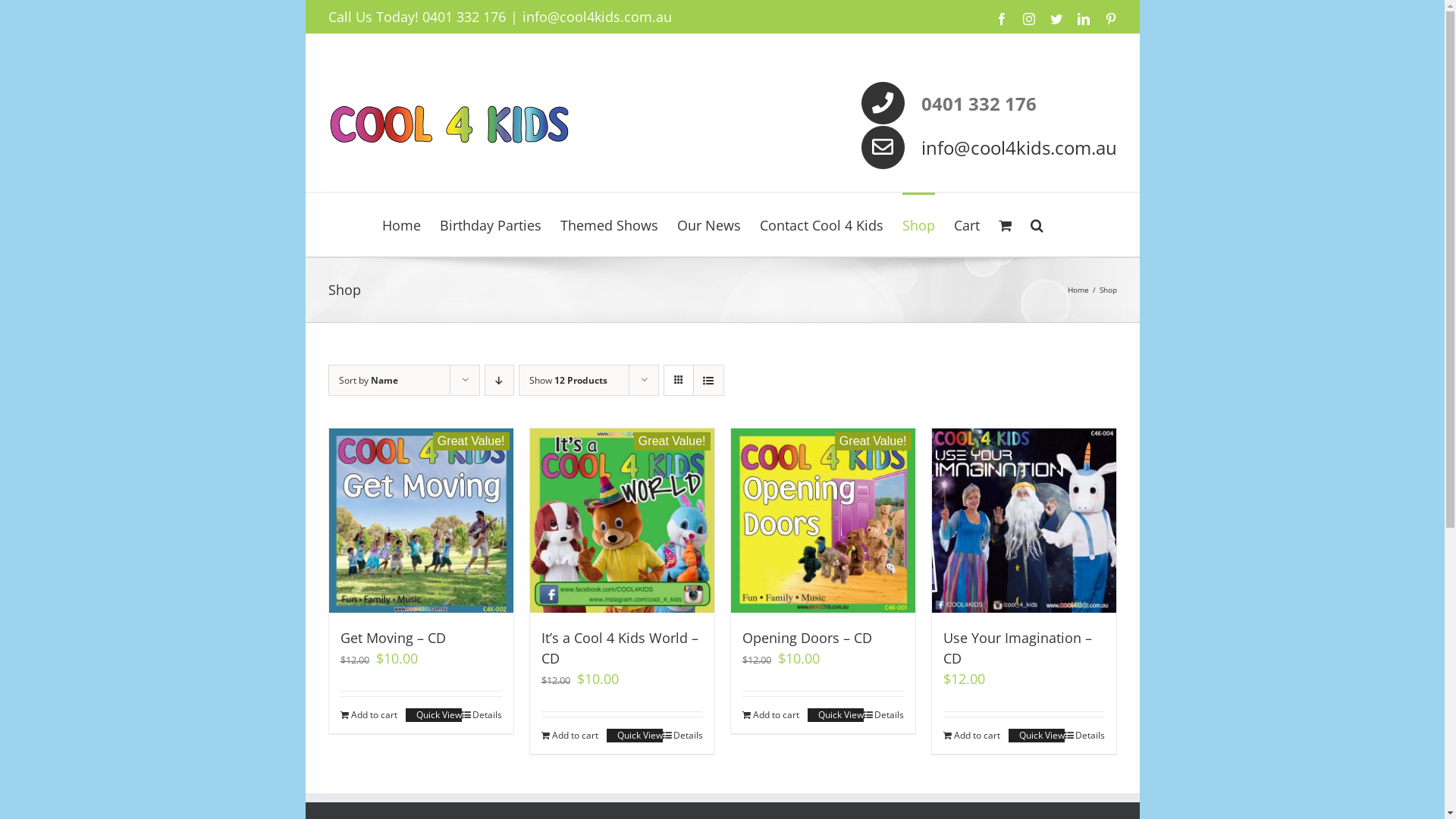 The height and width of the screenshot is (819, 1456). Describe the element at coordinates (822, 519) in the screenshot. I see `'Great Value!'` at that location.